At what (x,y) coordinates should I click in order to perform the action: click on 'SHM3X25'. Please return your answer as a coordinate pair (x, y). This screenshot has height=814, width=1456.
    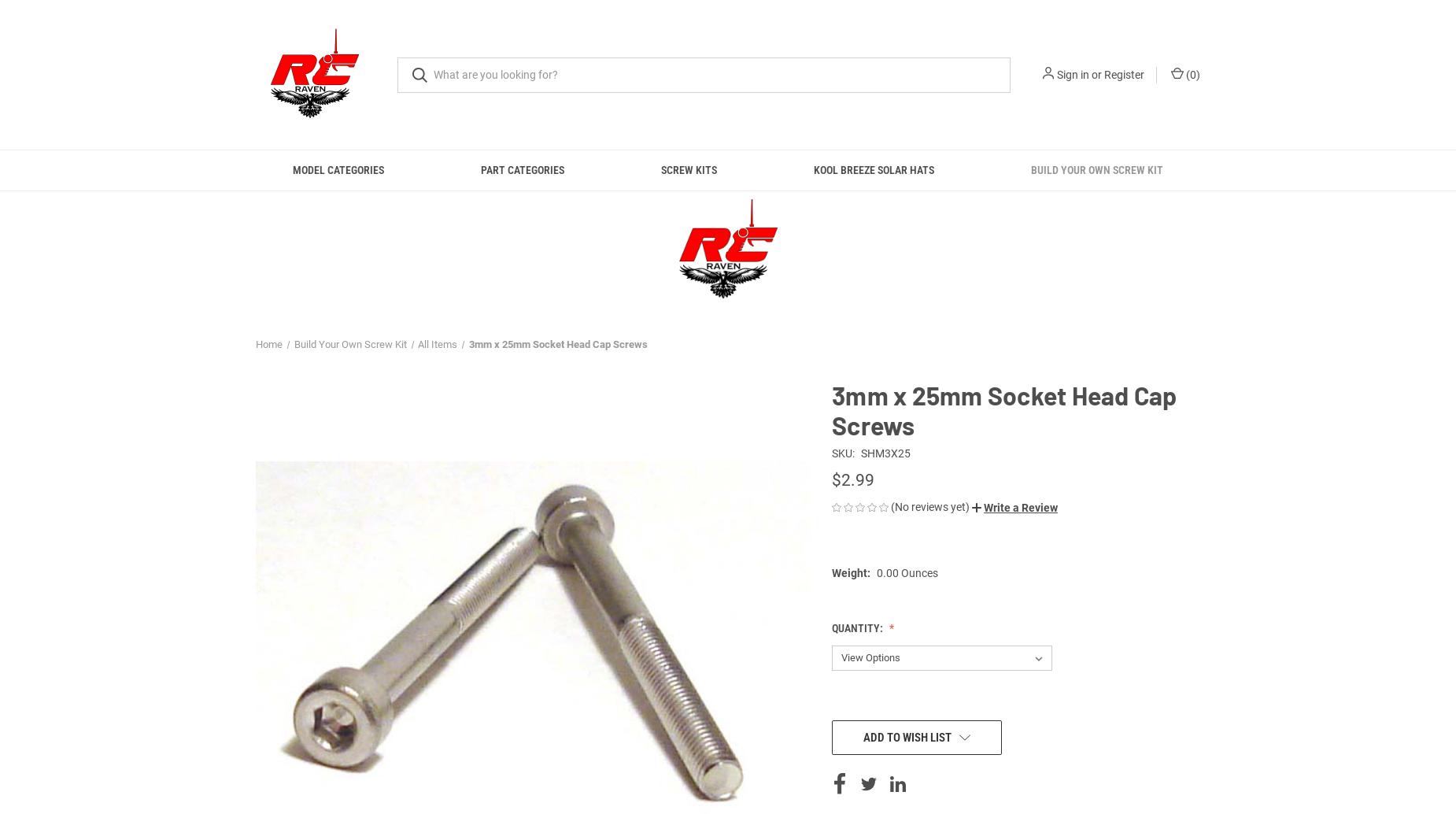
    Looking at the image, I should click on (859, 453).